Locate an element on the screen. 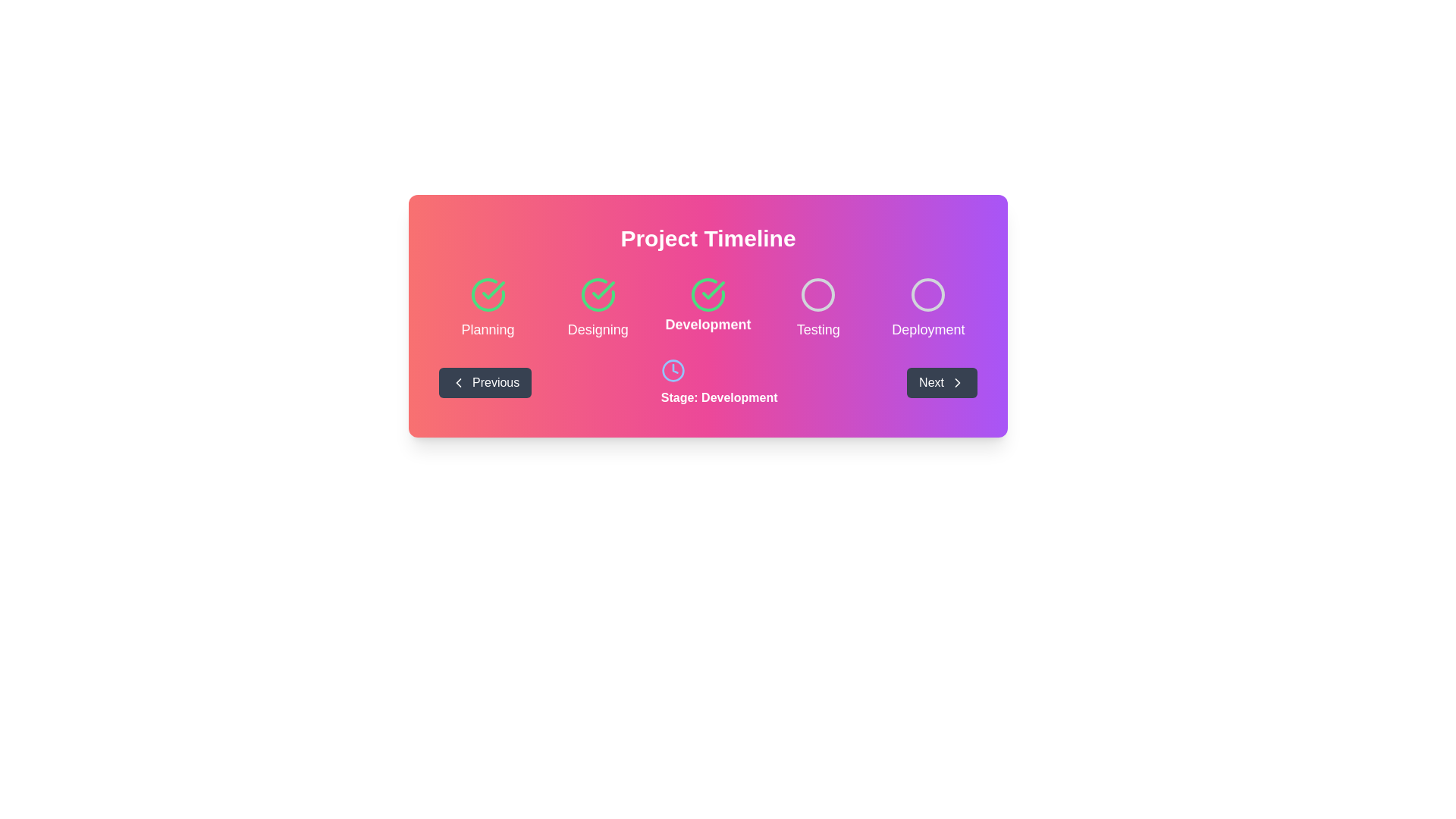 Image resolution: width=1456 pixels, height=819 pixels. the central SVG Circle of the outlined clock icon, which is located in the second row of icons in the interface is located at coordinates (672, 371).